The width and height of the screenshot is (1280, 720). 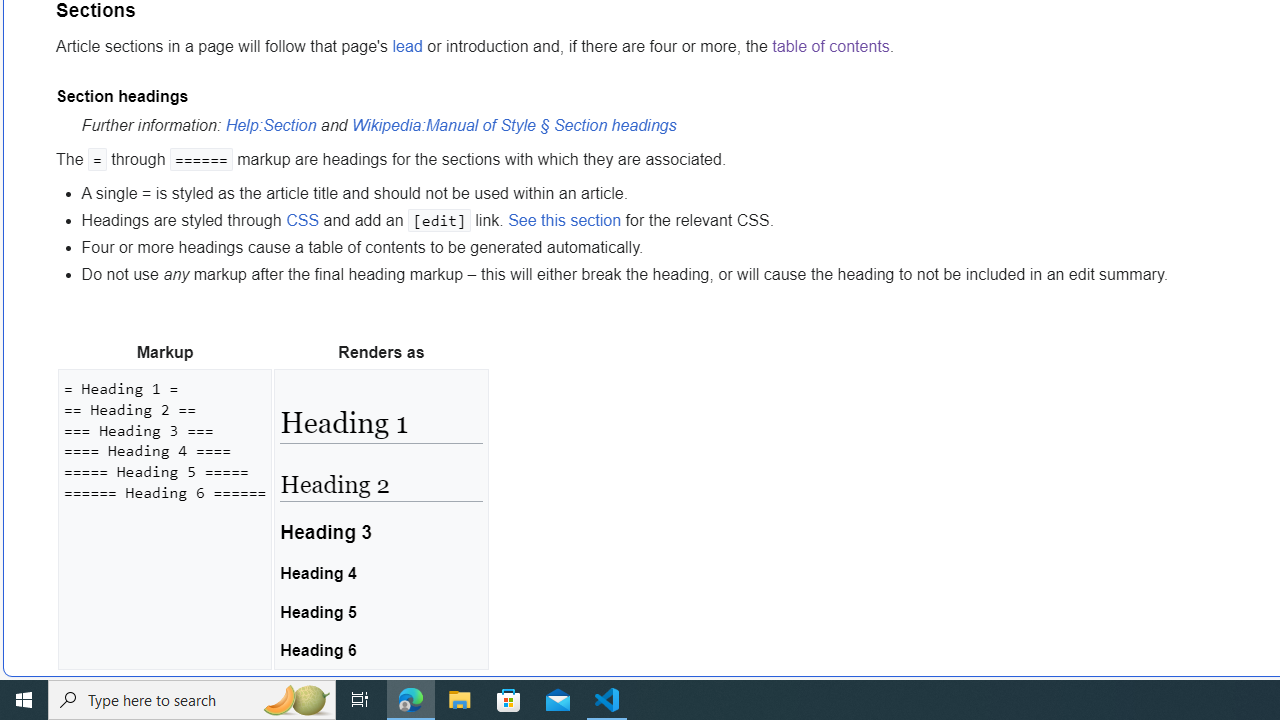 What do you see at coordinates (406, 46) in the screenshot?
I see `'lead'` at bounding box center [406, 46].